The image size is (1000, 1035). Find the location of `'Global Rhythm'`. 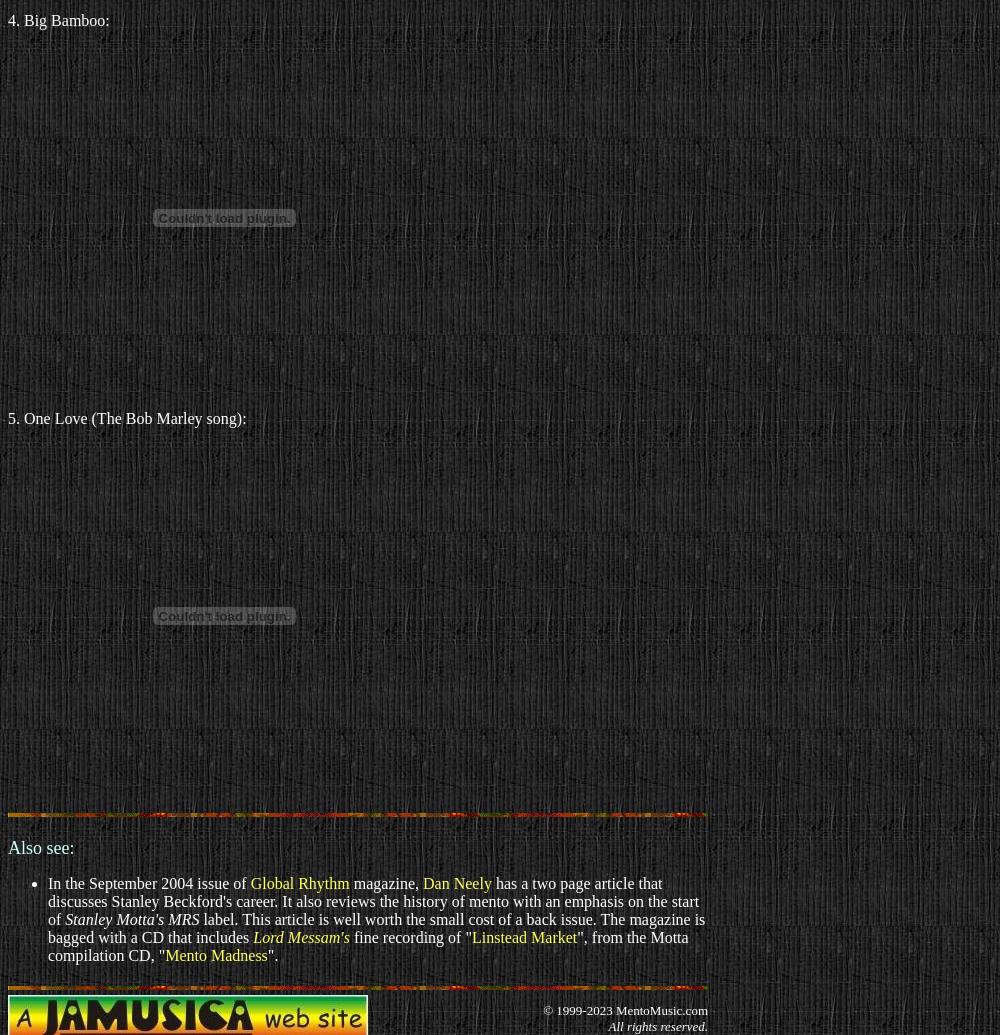

'Global Rhythm' is located at coordinates (299, 882).